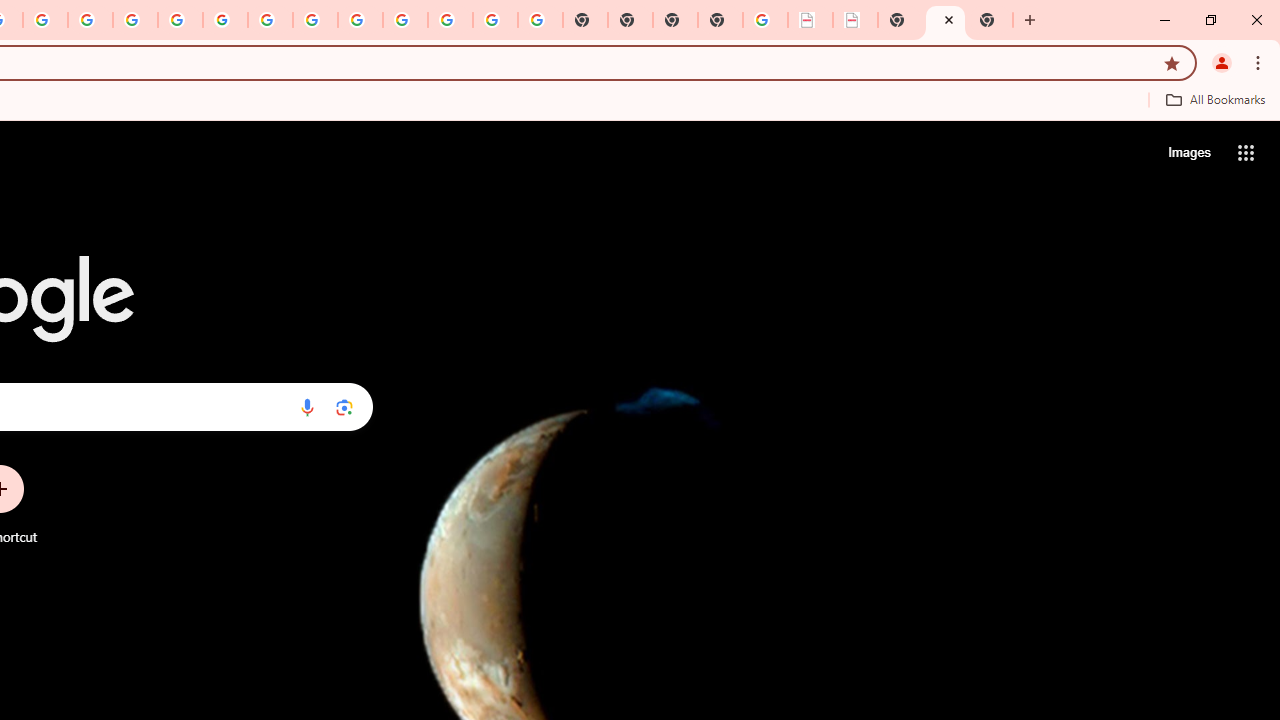 The image size is (1280, 720). Describe the element at coordinates (269, 20) in the screenshot. I see `'YouTube'` at that location.